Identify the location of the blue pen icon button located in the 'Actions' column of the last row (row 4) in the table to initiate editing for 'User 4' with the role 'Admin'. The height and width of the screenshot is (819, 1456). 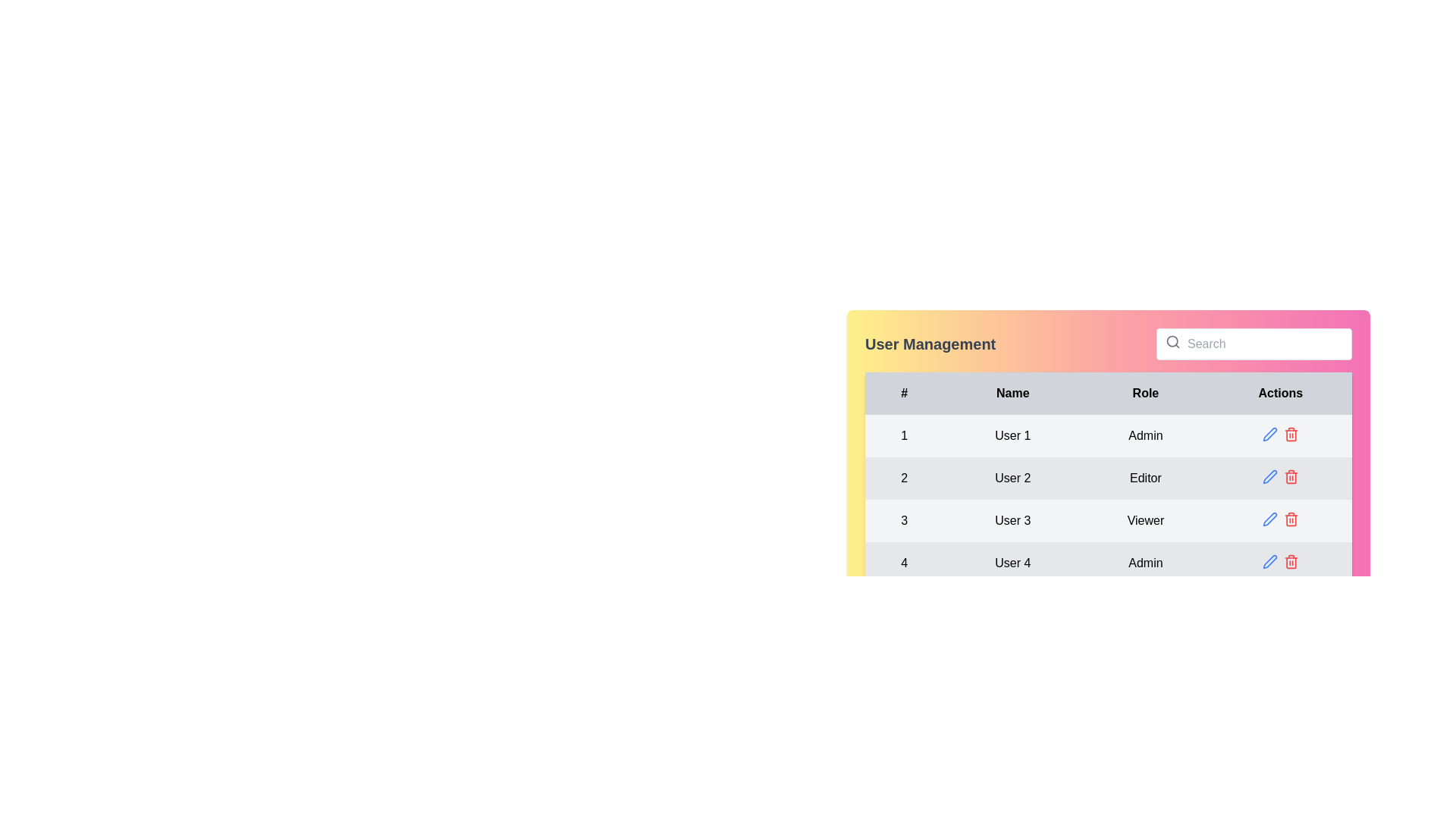
(1269, 561).